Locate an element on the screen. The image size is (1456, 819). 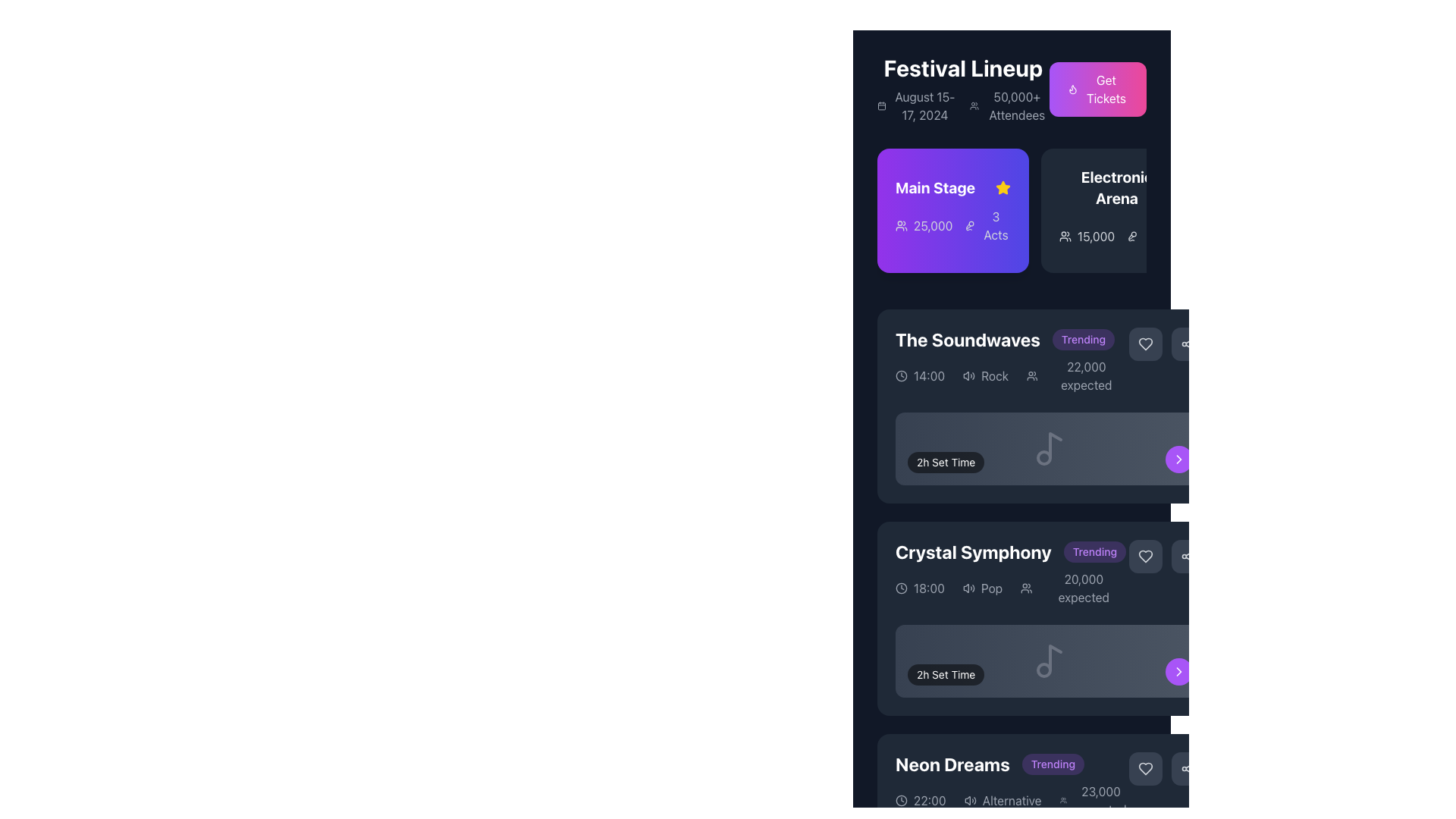
the text label indicating the genre or type of content in the 'The Soundwaves' section, located in the middle-right section of the interface is located at coordinates (995, 375).